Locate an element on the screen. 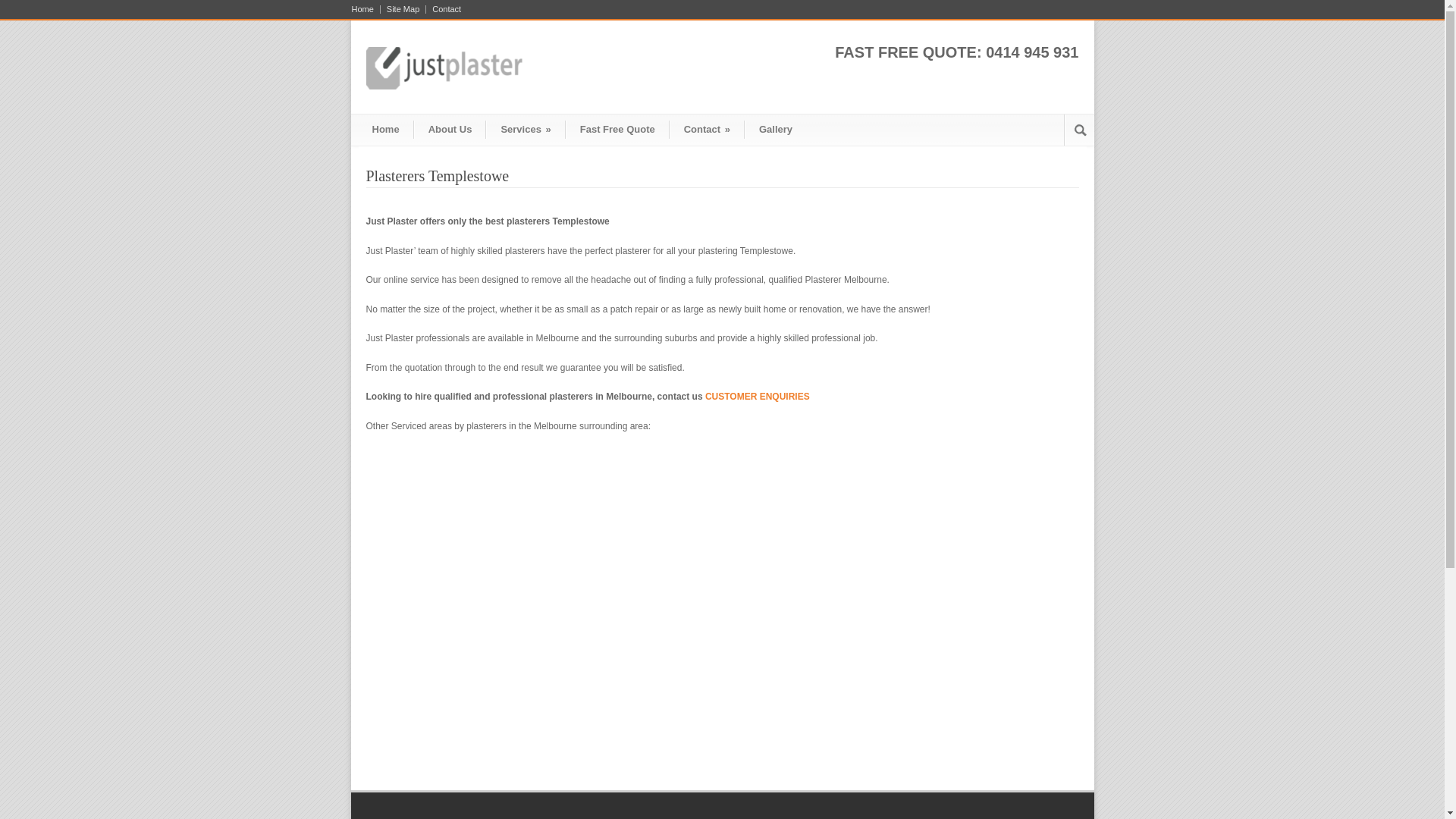 This screenshot has height=819, width=1456. 'Contact' is located at coordinates (443, 9).